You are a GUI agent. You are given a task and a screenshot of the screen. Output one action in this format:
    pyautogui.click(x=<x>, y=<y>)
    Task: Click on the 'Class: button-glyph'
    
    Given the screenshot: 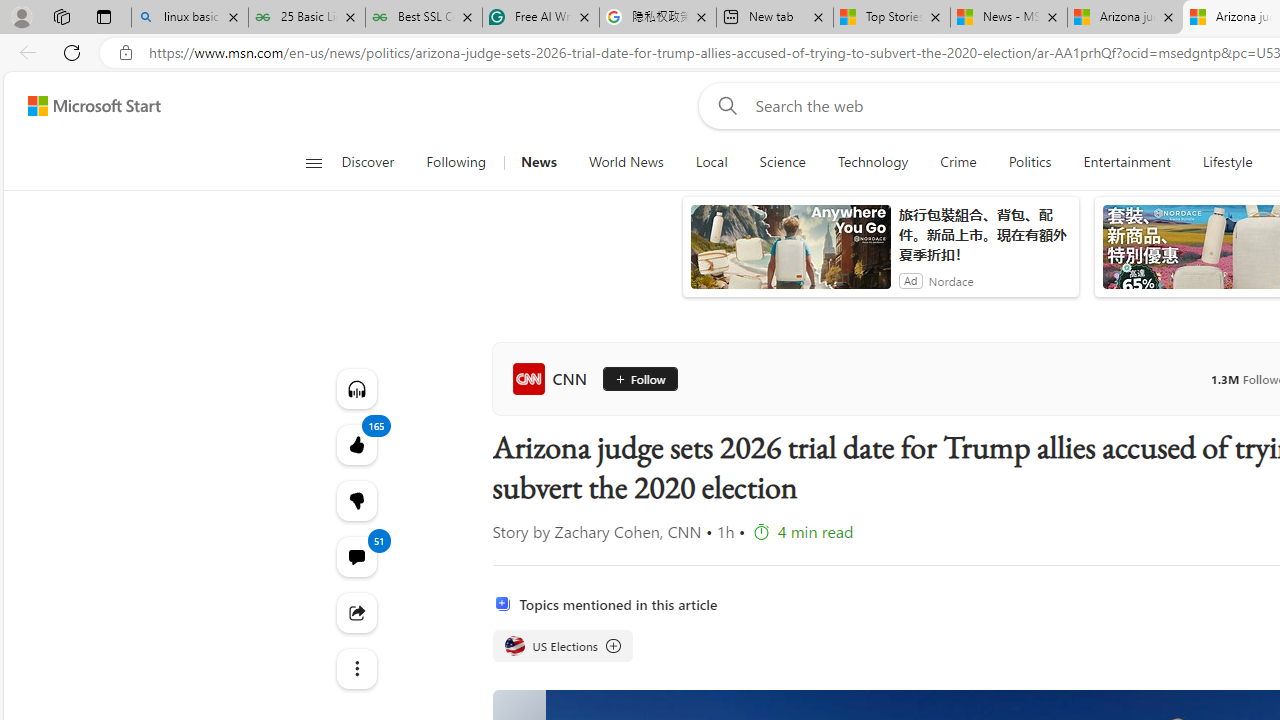 What is the action you would take?
    pyautogui.click(x=312, y=162)
    